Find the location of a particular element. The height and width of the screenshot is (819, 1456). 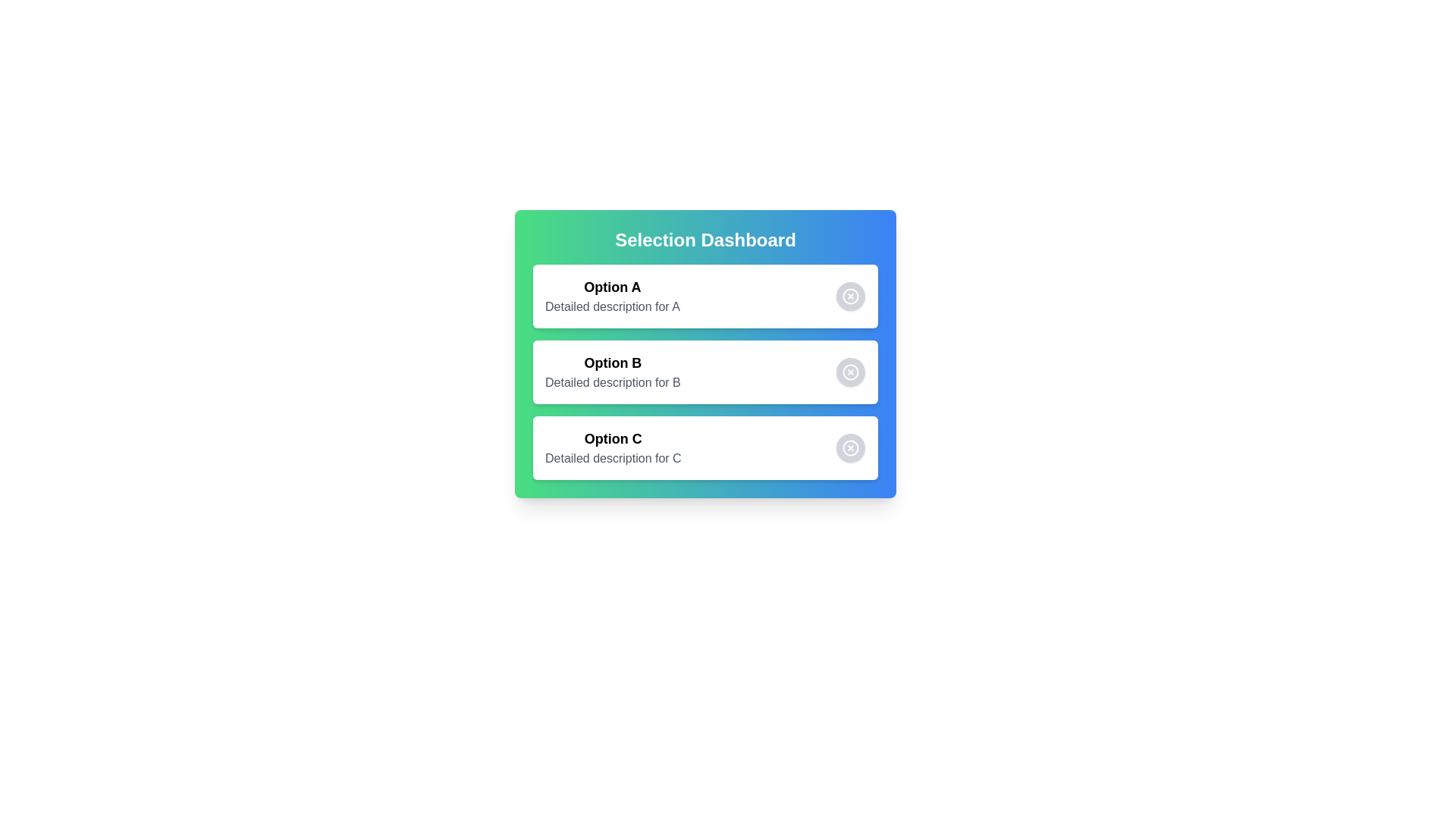

the choice corresponding to Option B by clicking its button is located at coordinates (851, 372).